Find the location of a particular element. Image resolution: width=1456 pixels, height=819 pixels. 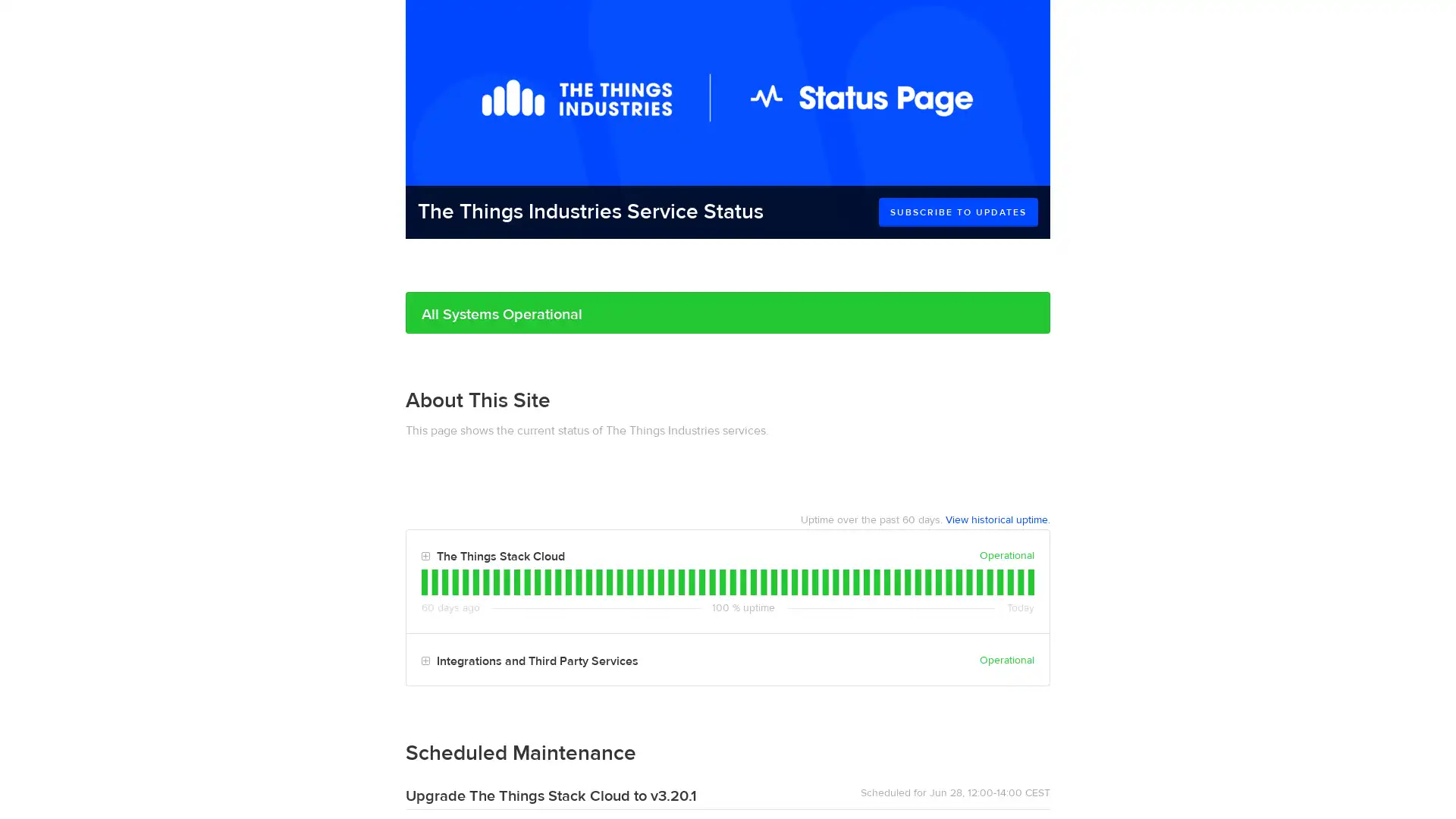

Toggle Integrations and Third Party Services is located at coordinates (425, 660).